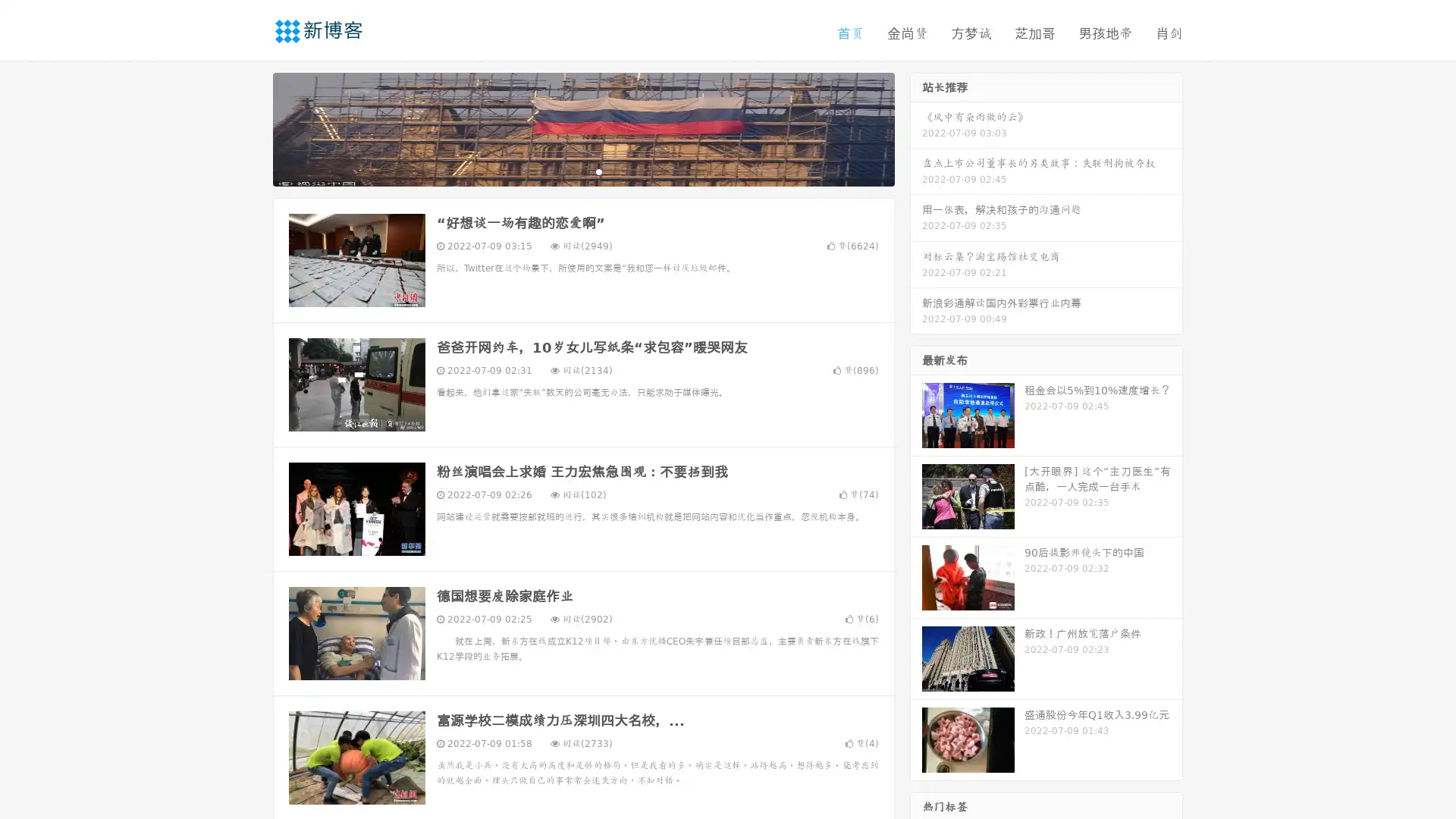 This screenshot has width=1456, height=819. I want to click on Go to slide 2, so click(582, 171).